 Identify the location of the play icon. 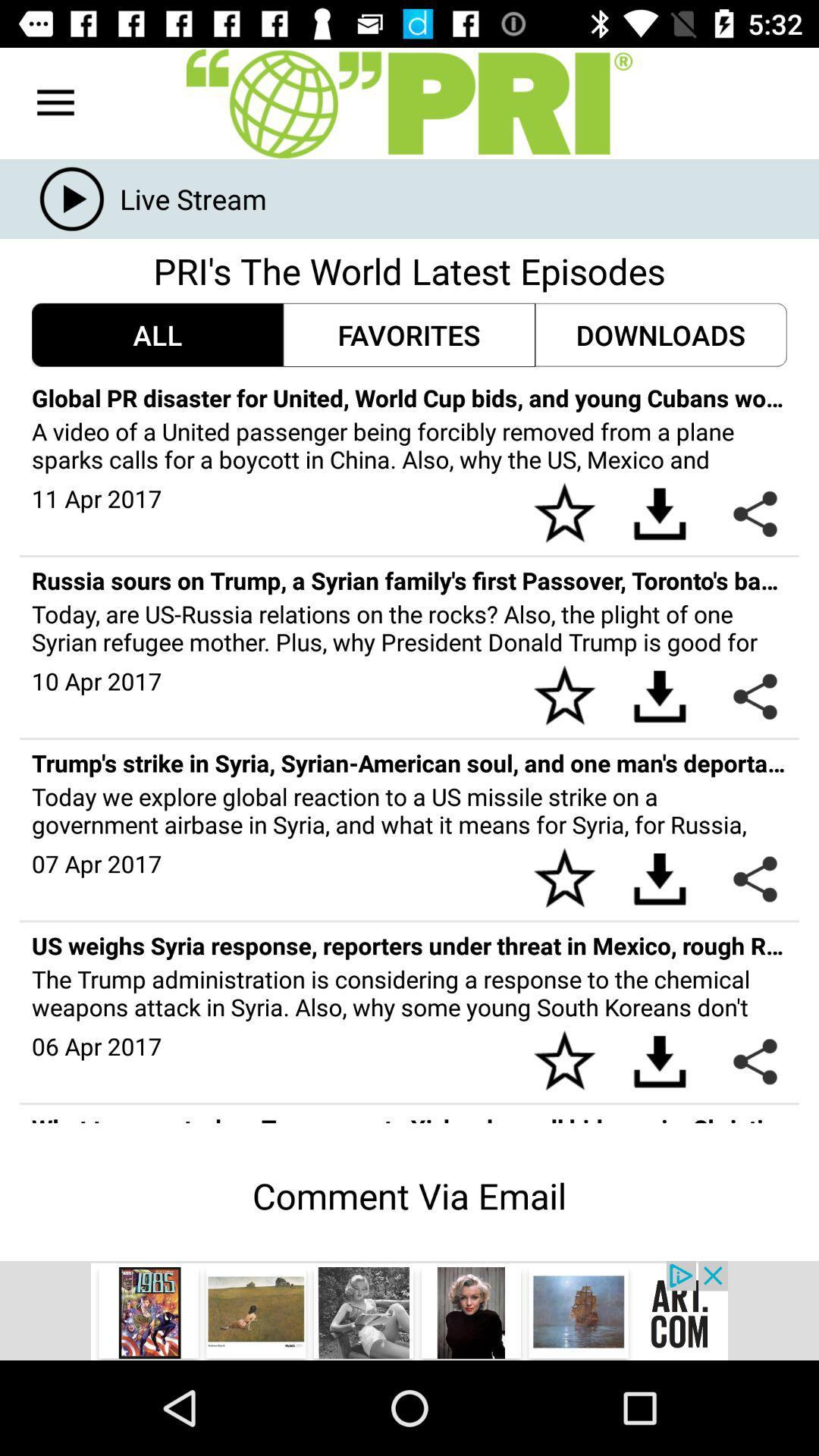
(71, 198).